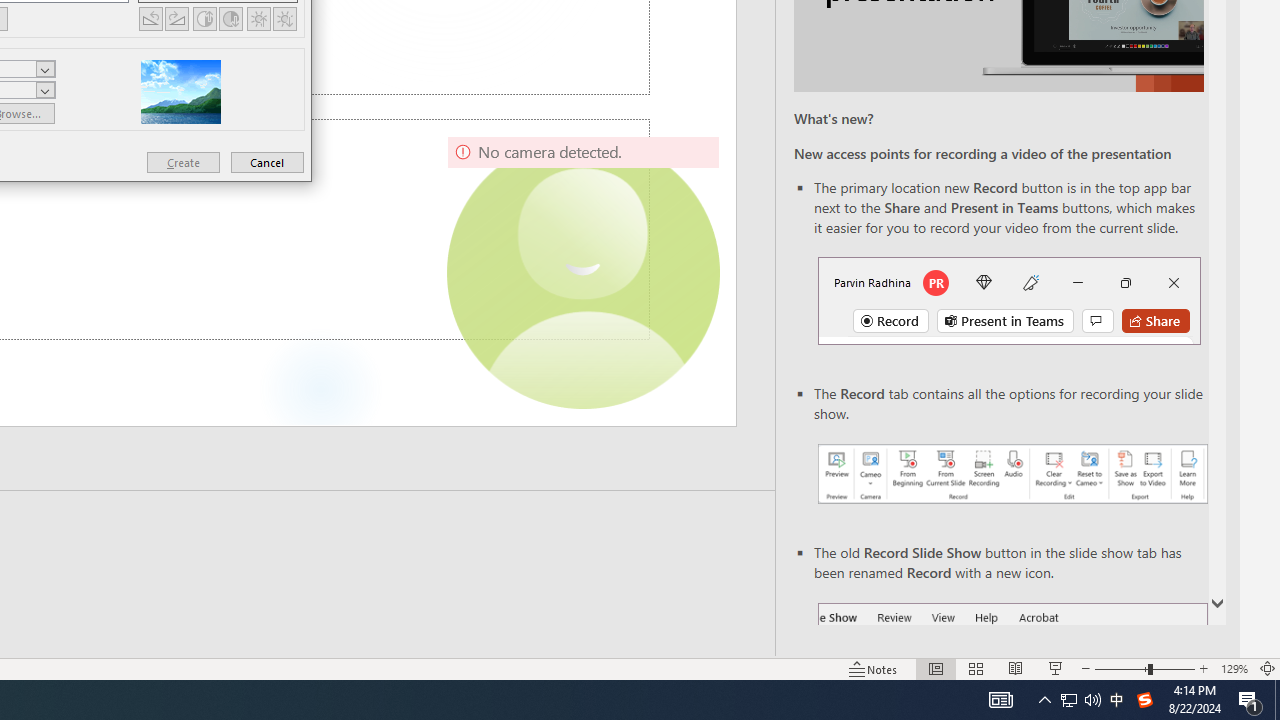 The image size is (1280, 720). Describe the element at coordinates (1079, 698) in the screenshot. I see `'User Promoted Notification Area'` at that location.